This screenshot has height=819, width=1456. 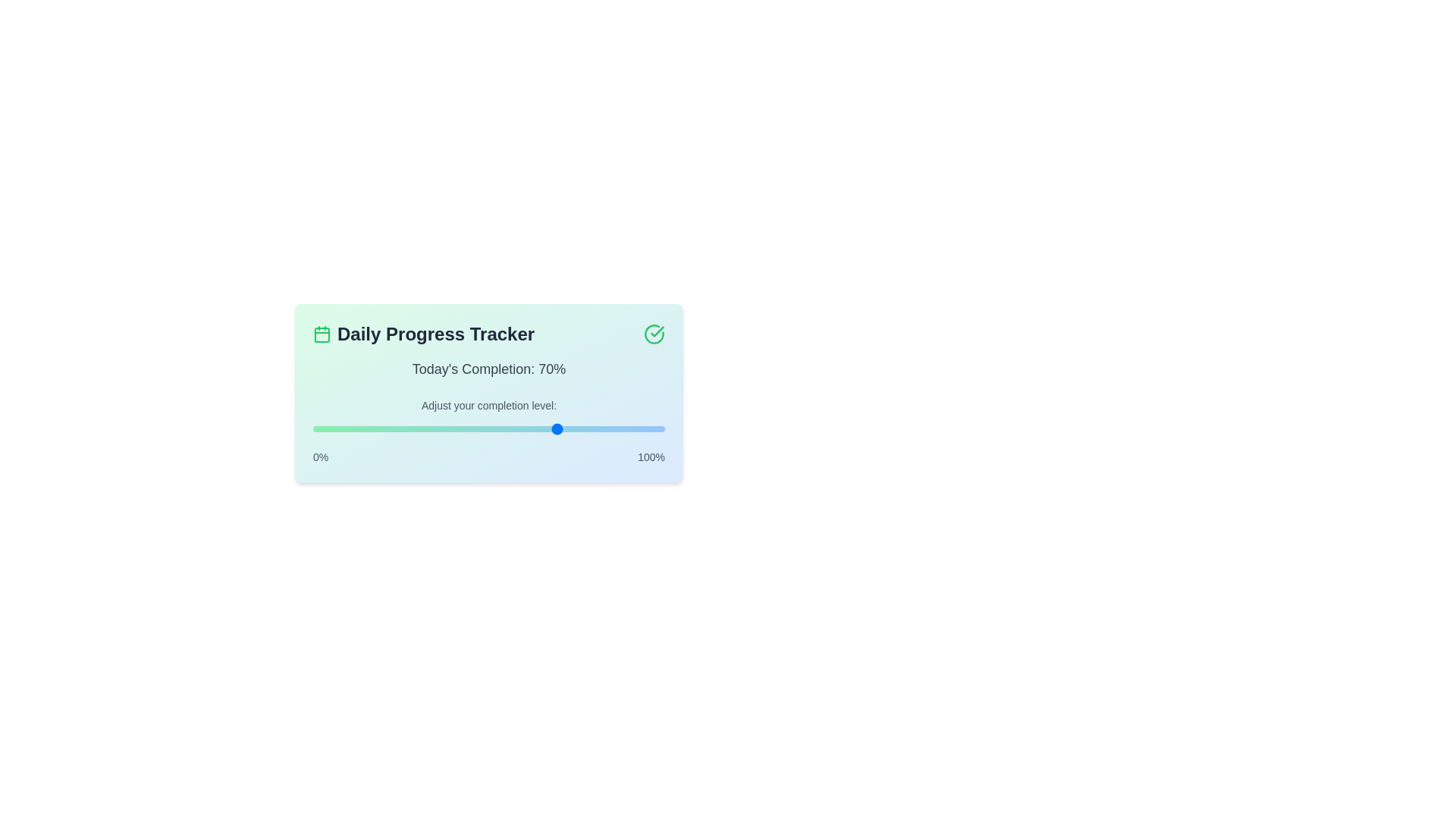 I want to click on the progress level to 11%, so click(x=351, y=429).